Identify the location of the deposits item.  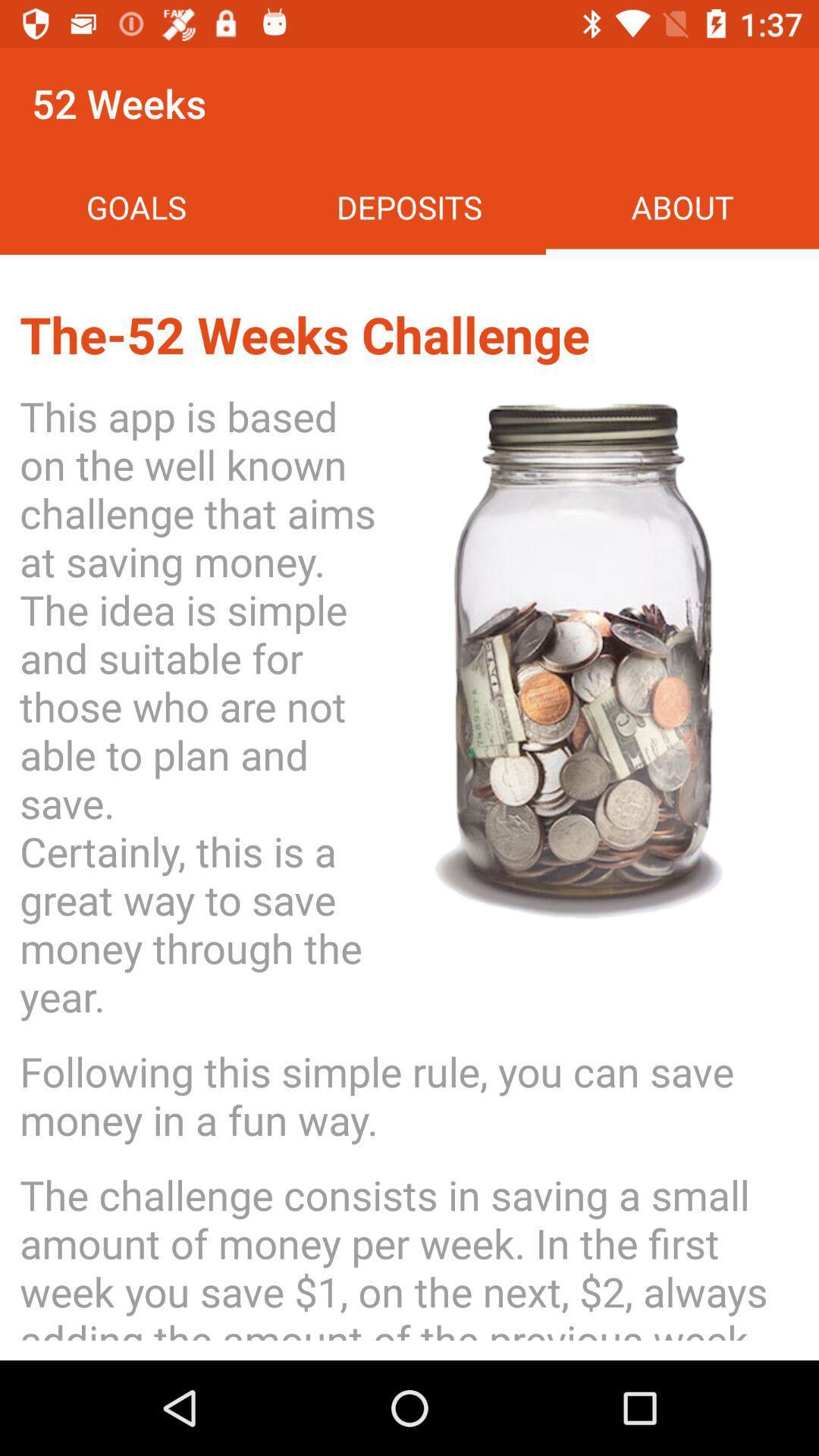
(409, 206).